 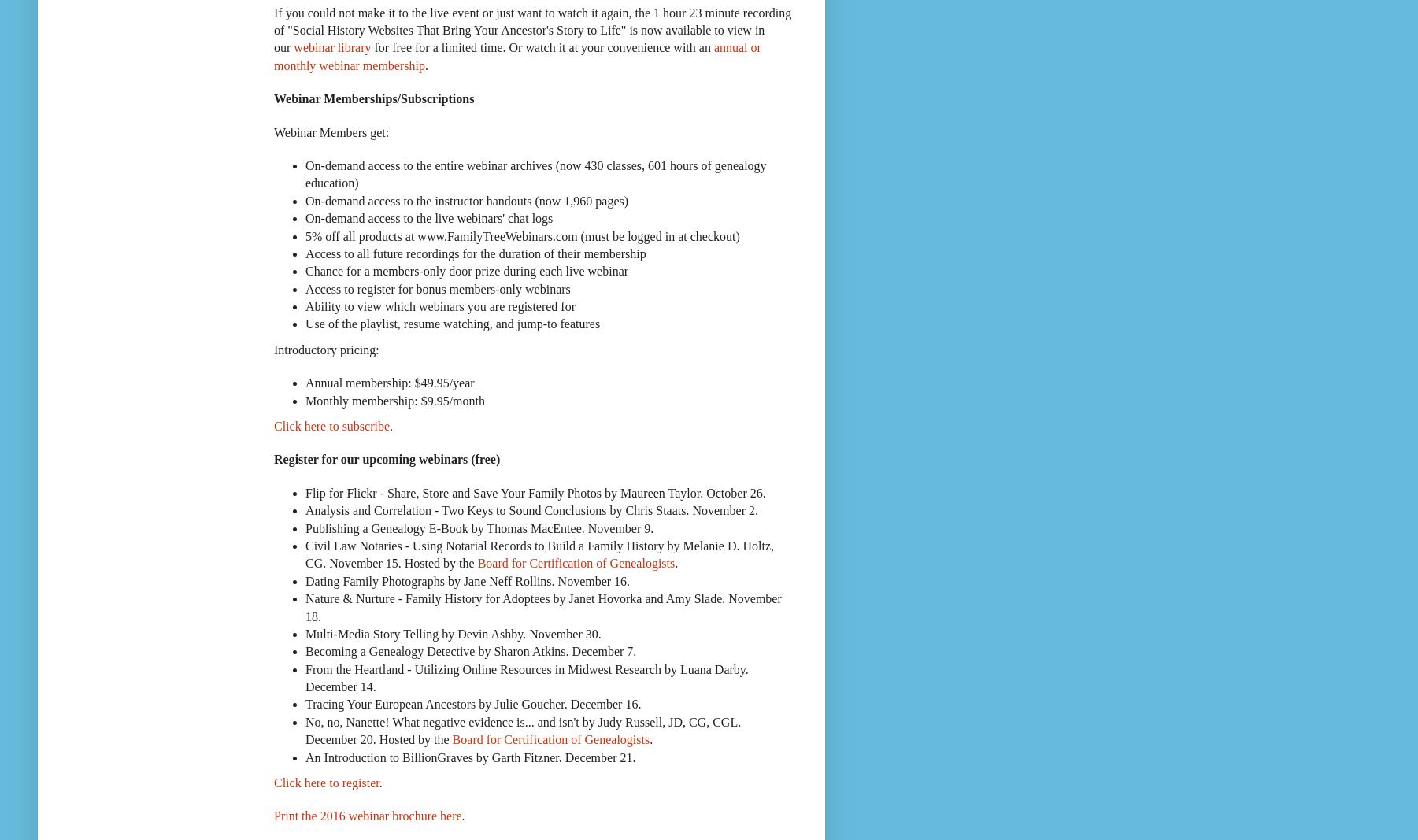 I want to click on 'Register for our upcoming webinars (free)', so click(x=273, y=459).